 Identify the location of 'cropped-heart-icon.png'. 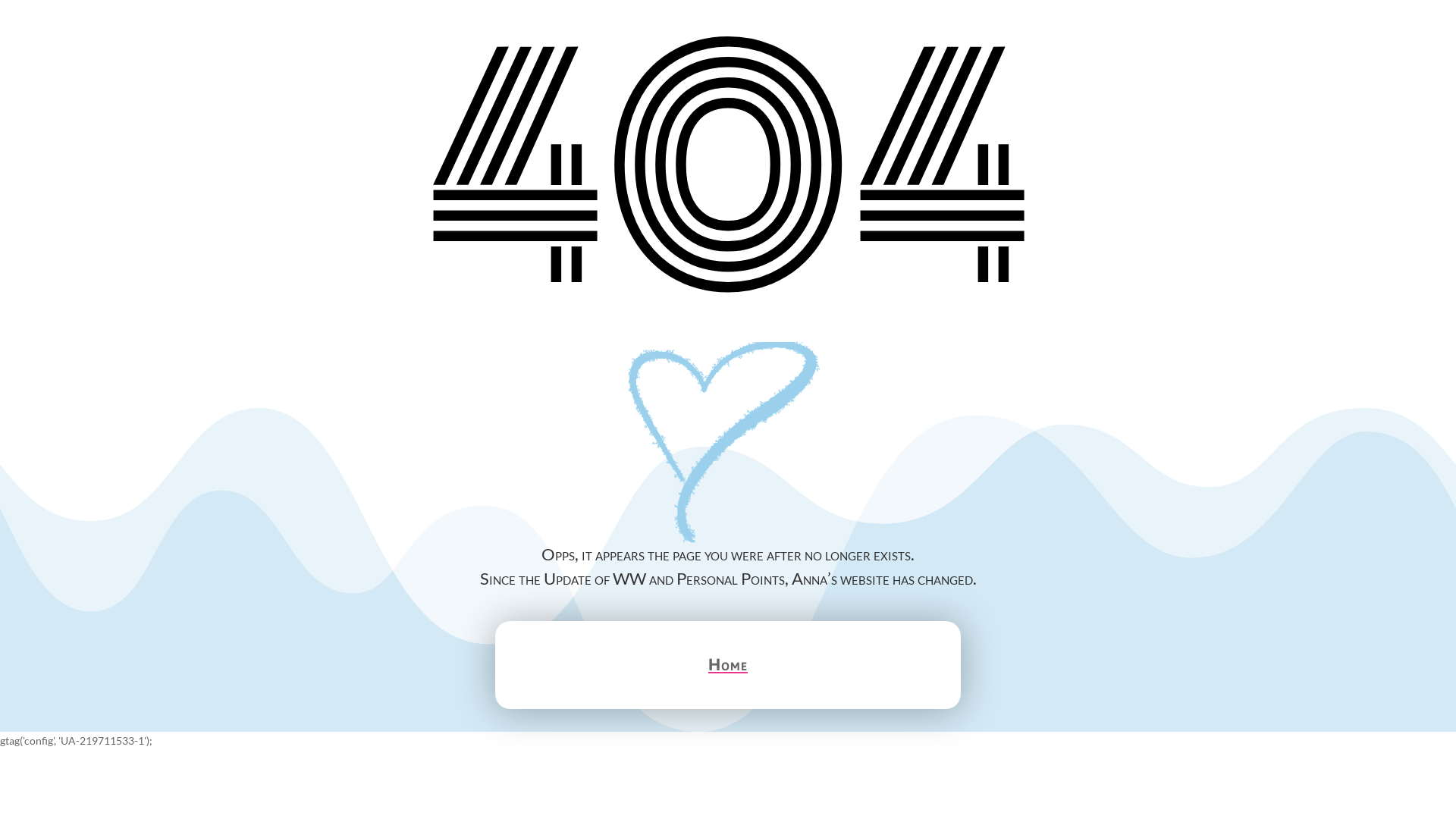
(728, 444).